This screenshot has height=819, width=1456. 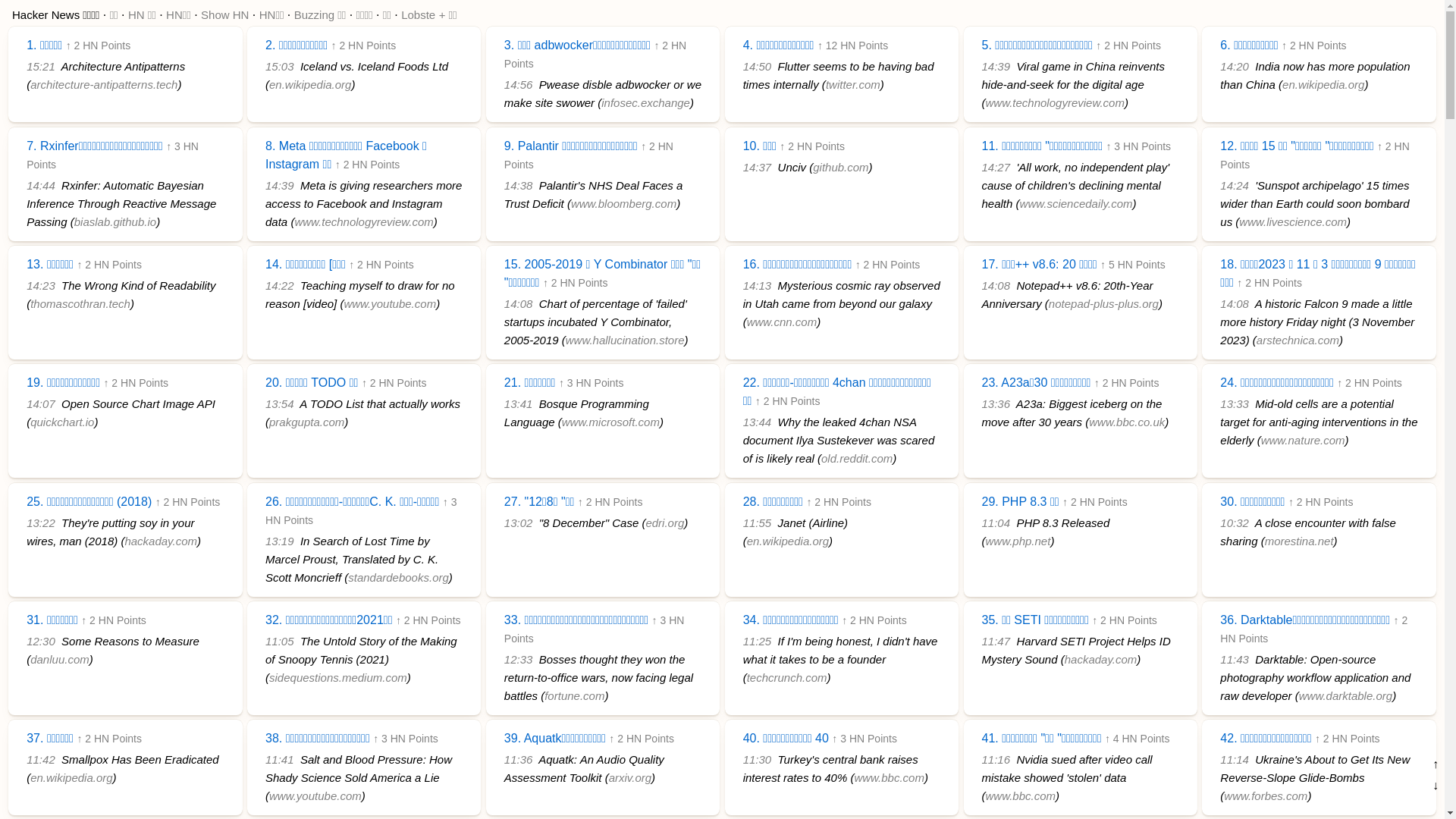 I want to click on '11:14', so click(x=1234, y=759).